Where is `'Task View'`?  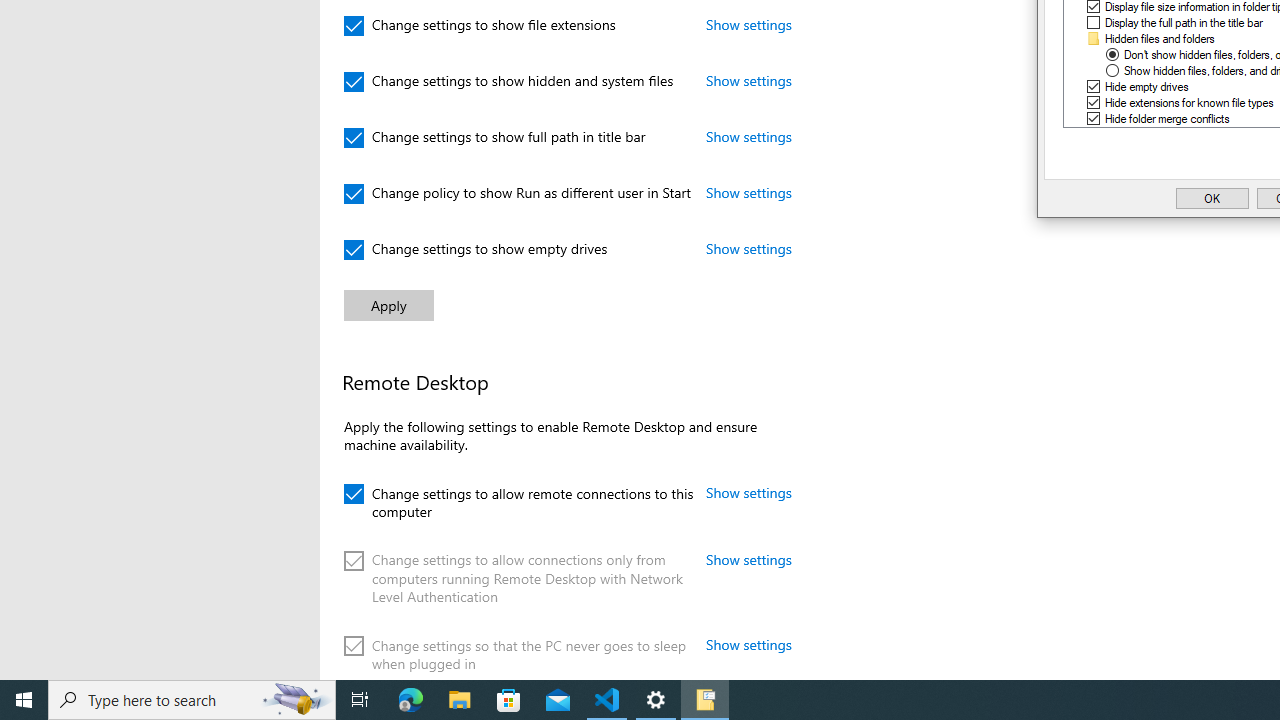 'Task View' is located at coordinates (359, 698).